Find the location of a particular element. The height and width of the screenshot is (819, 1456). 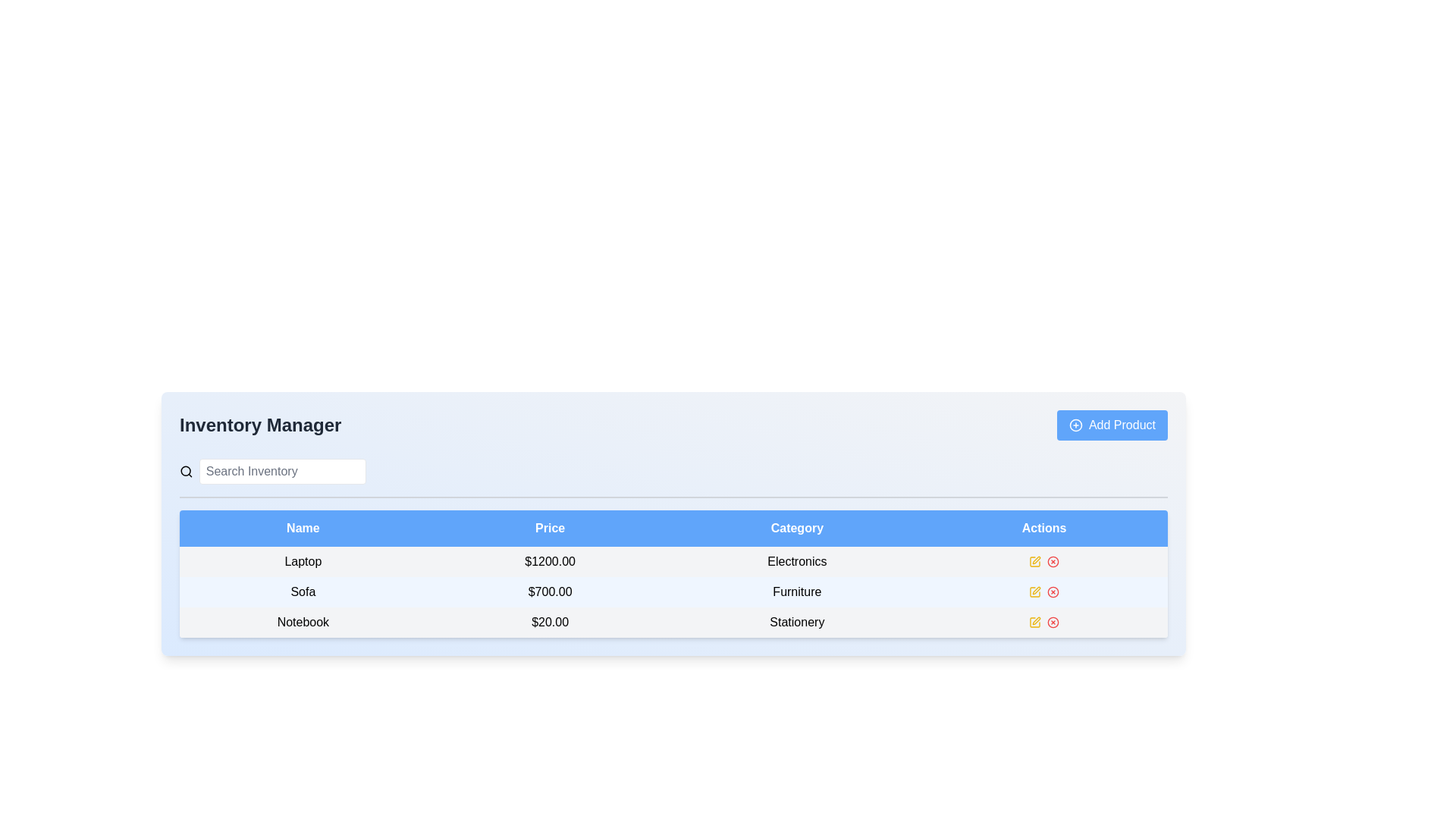

the edit icon/button in the 'Actions' column of the last row in the table is located at coordinates (1036, 560).